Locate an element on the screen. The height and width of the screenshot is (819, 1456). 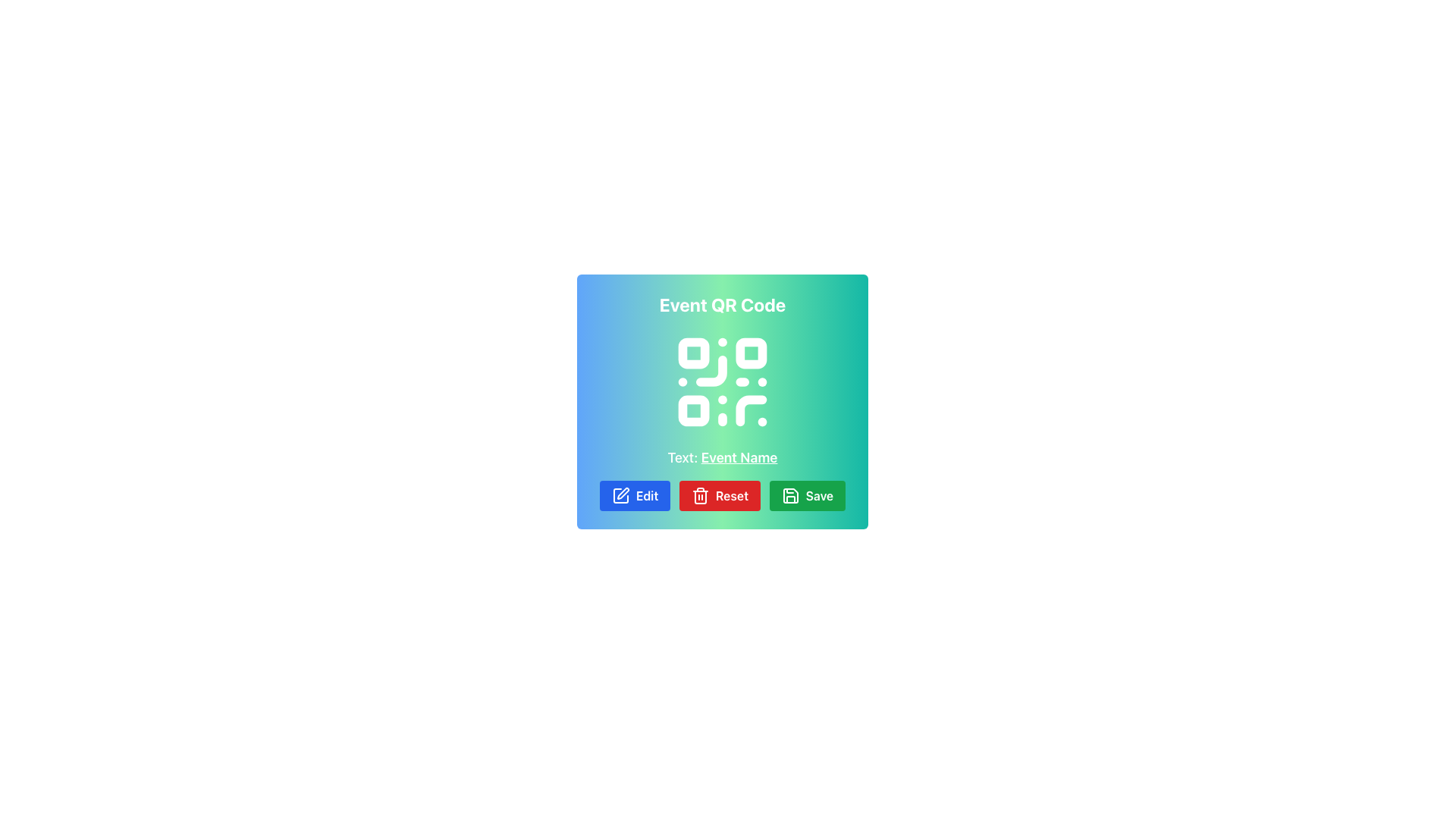
the edit icon located in the left section of the small icon group above the buttons labeled 'Edit', 'Reset', and 'Save' is located at coordinates (623, 494).